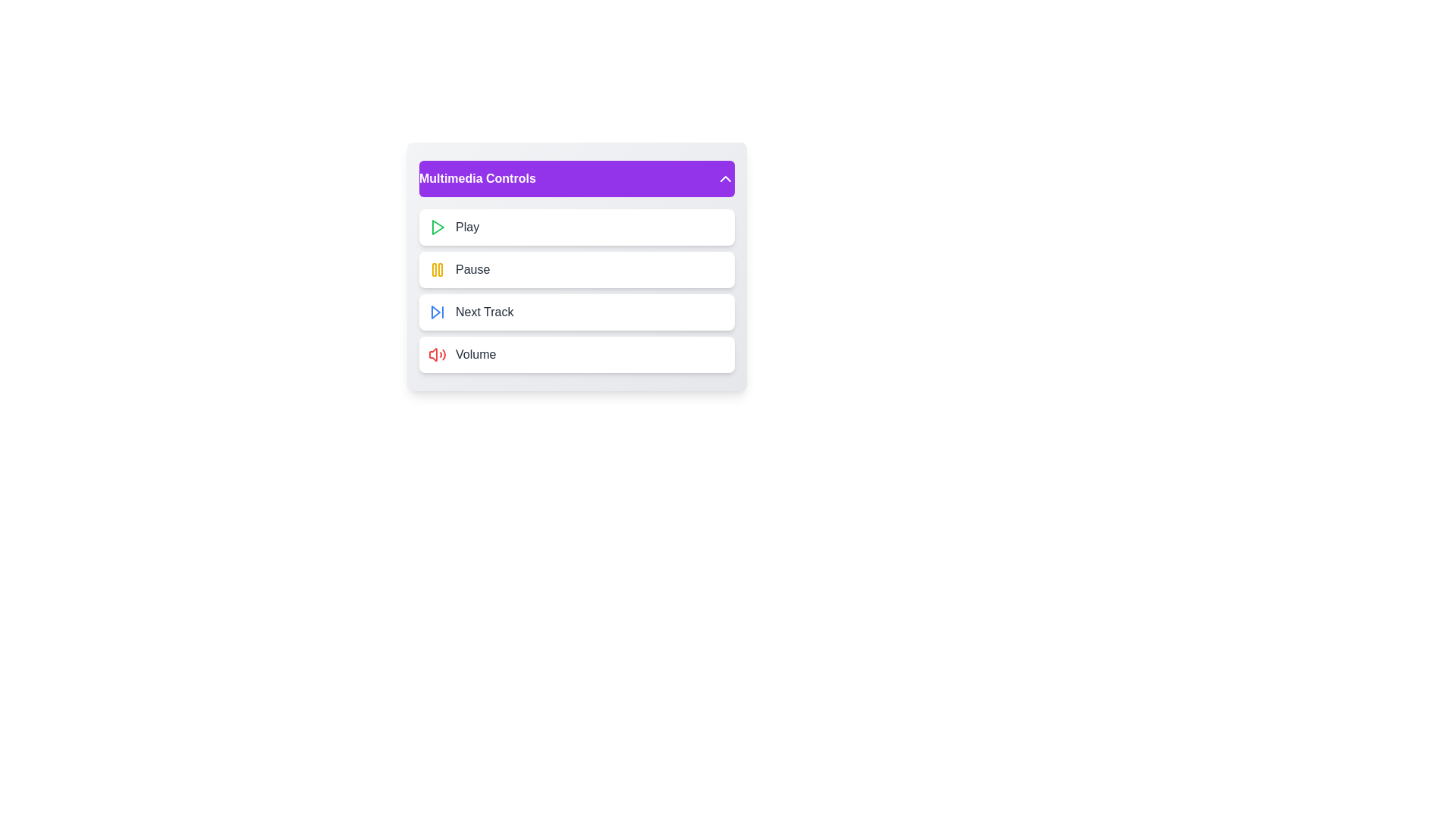 The image size is (1456, 819). What do you see at coordinates (436, 354) in the screenshot?
I see `the audio control icon located at the left end of the 'Volume' row in the multimedia controls section` at bounding box center [436, 354].